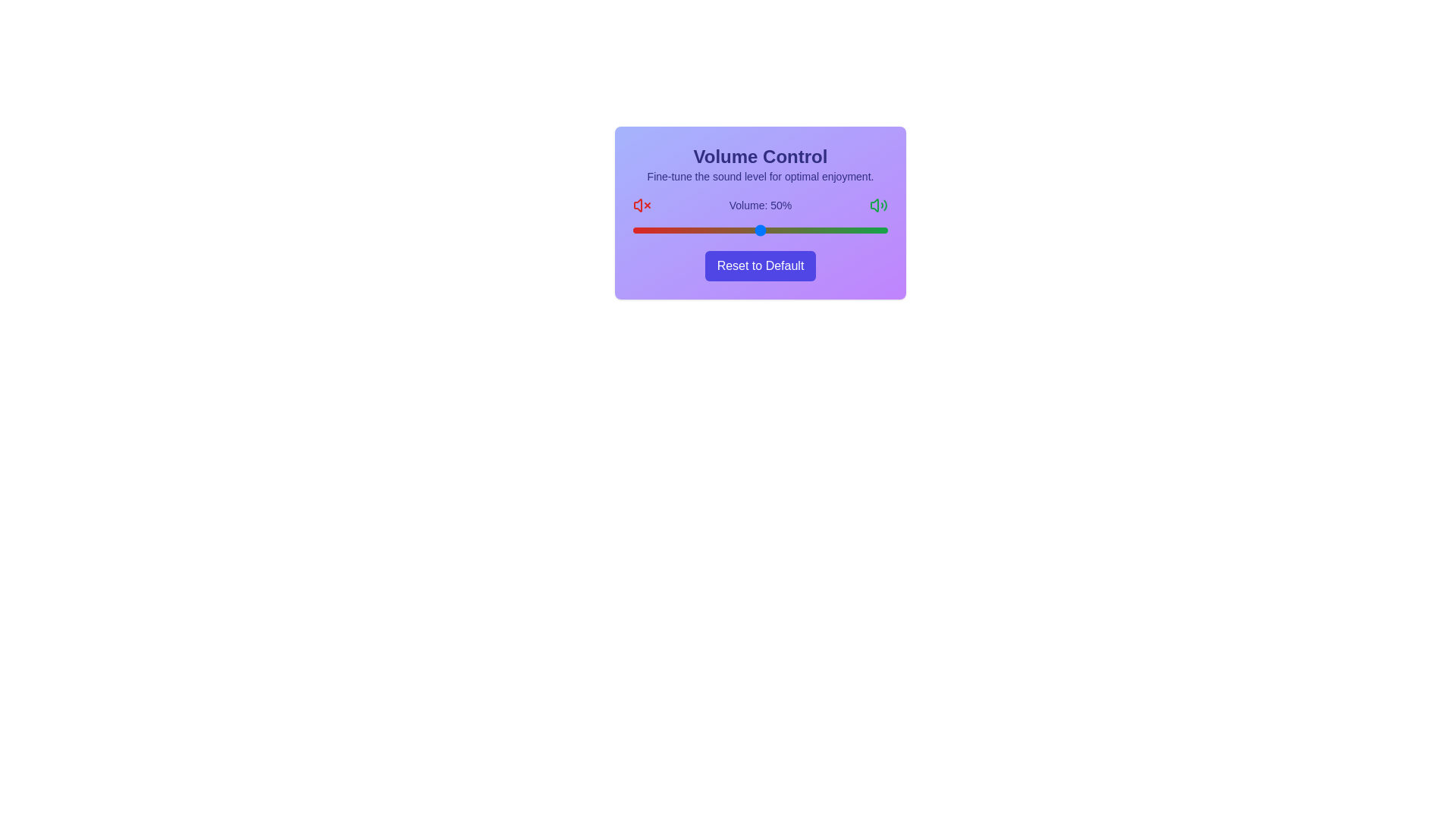 This screenshot has height=819, width=1456. I want to click on the volume slider to set the volume to 80%, so click(836, 231).